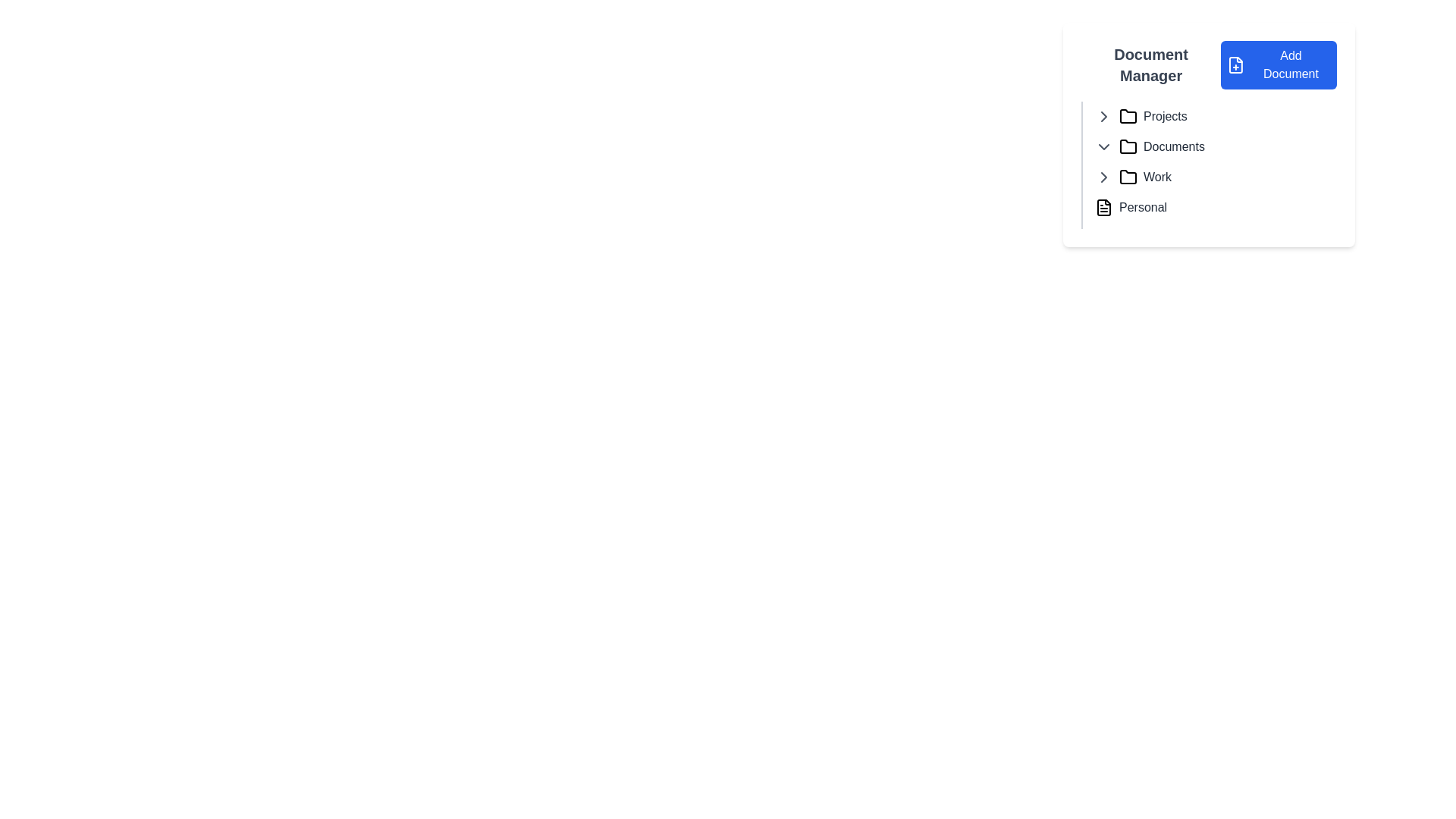 The width and height of the screenshot is (1456, 819). I want to click on the folder icon that indicates the 'Projects' section in the Document Manager interface, so click(1128, 115).